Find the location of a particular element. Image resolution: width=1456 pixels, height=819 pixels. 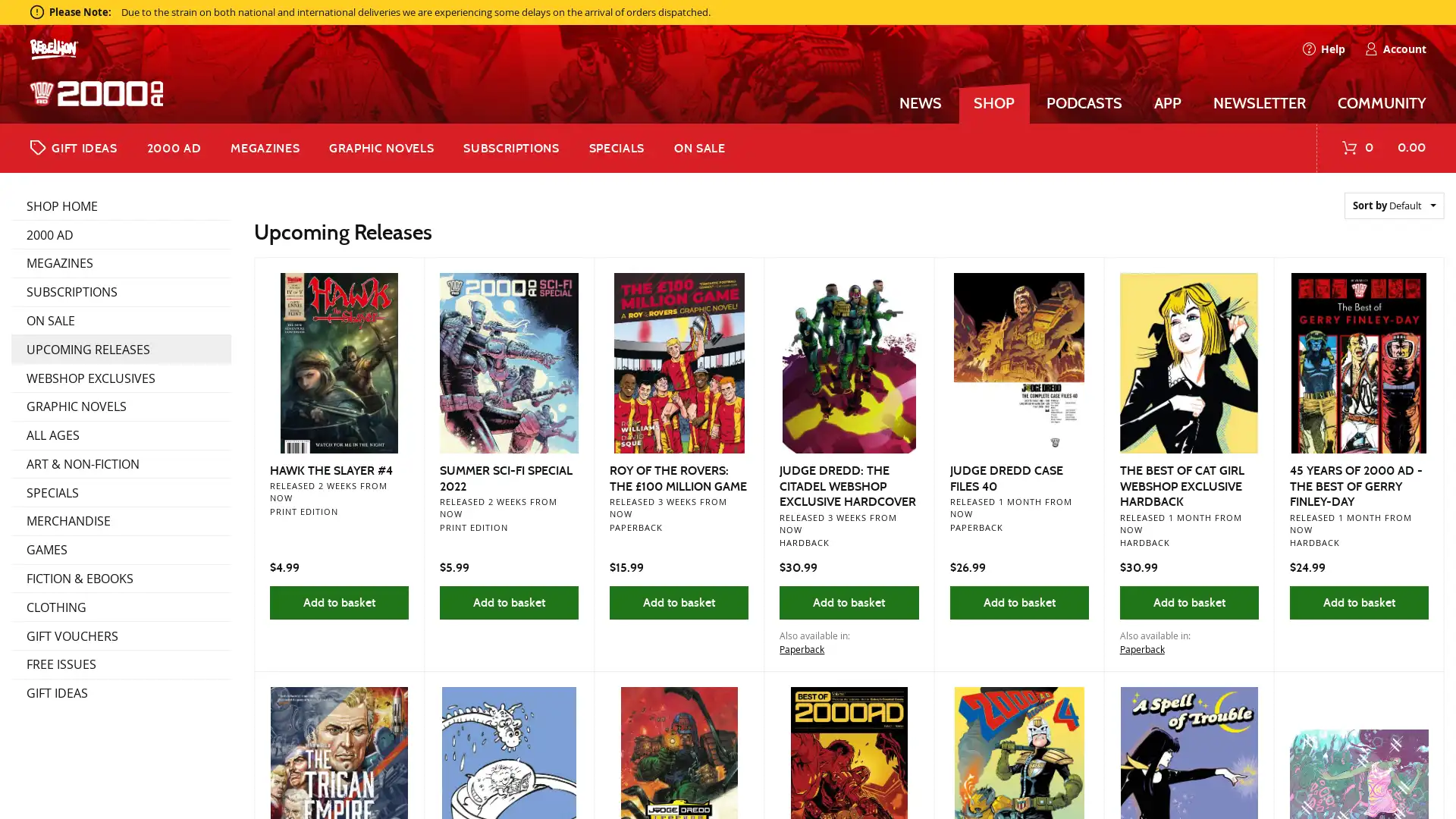

Add to basket is located at coordinates (678, 601).